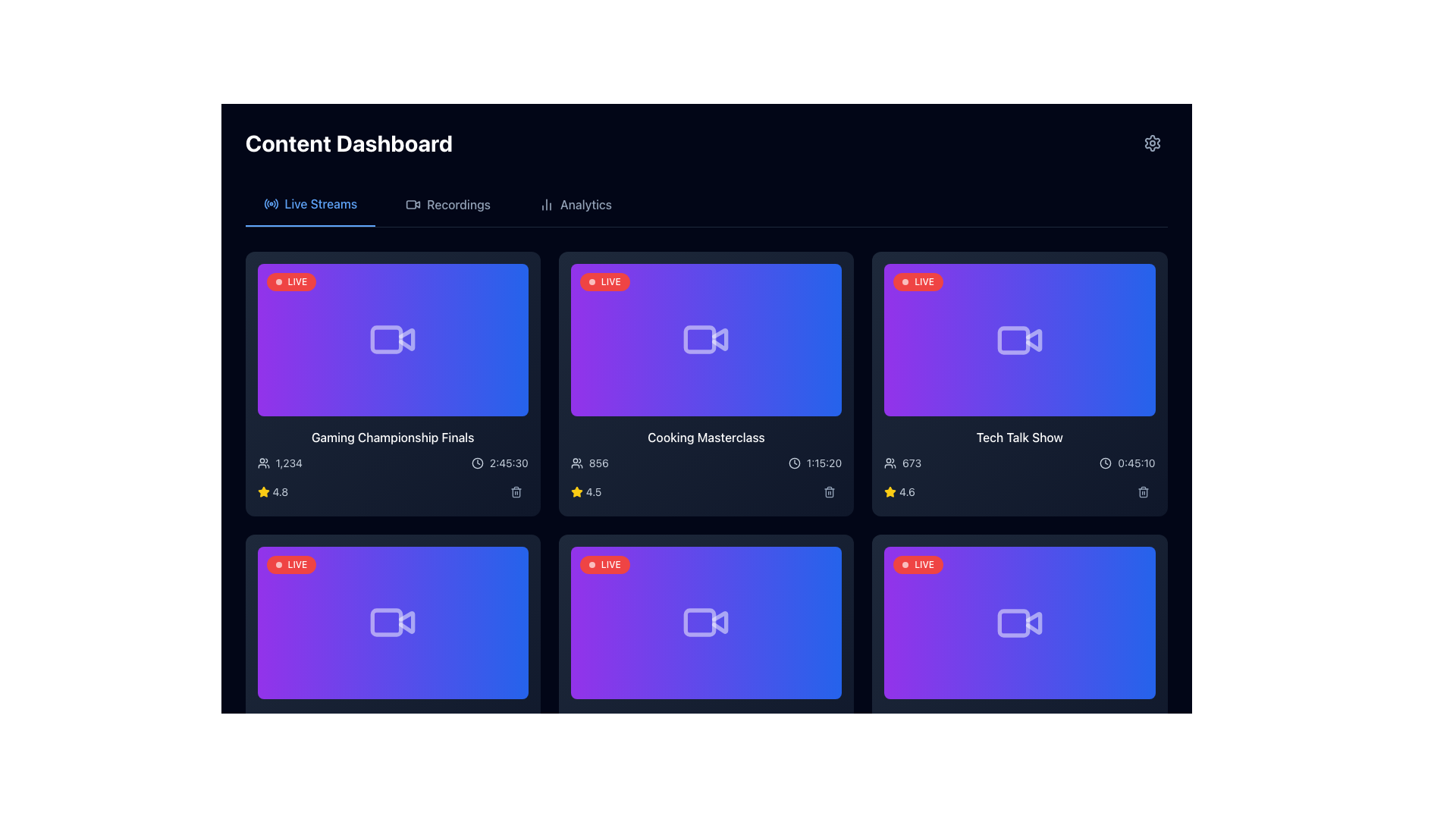 This screenshot has width=1456, height=819. What do you see at coordinates (1143, 491) in the screenshot?
I see `the trash can icon button located at the bottom-right corner of the 'Tech Talk Show' card in the middle row of the grid to initiate deletion` at bounding box center [1143, 491].